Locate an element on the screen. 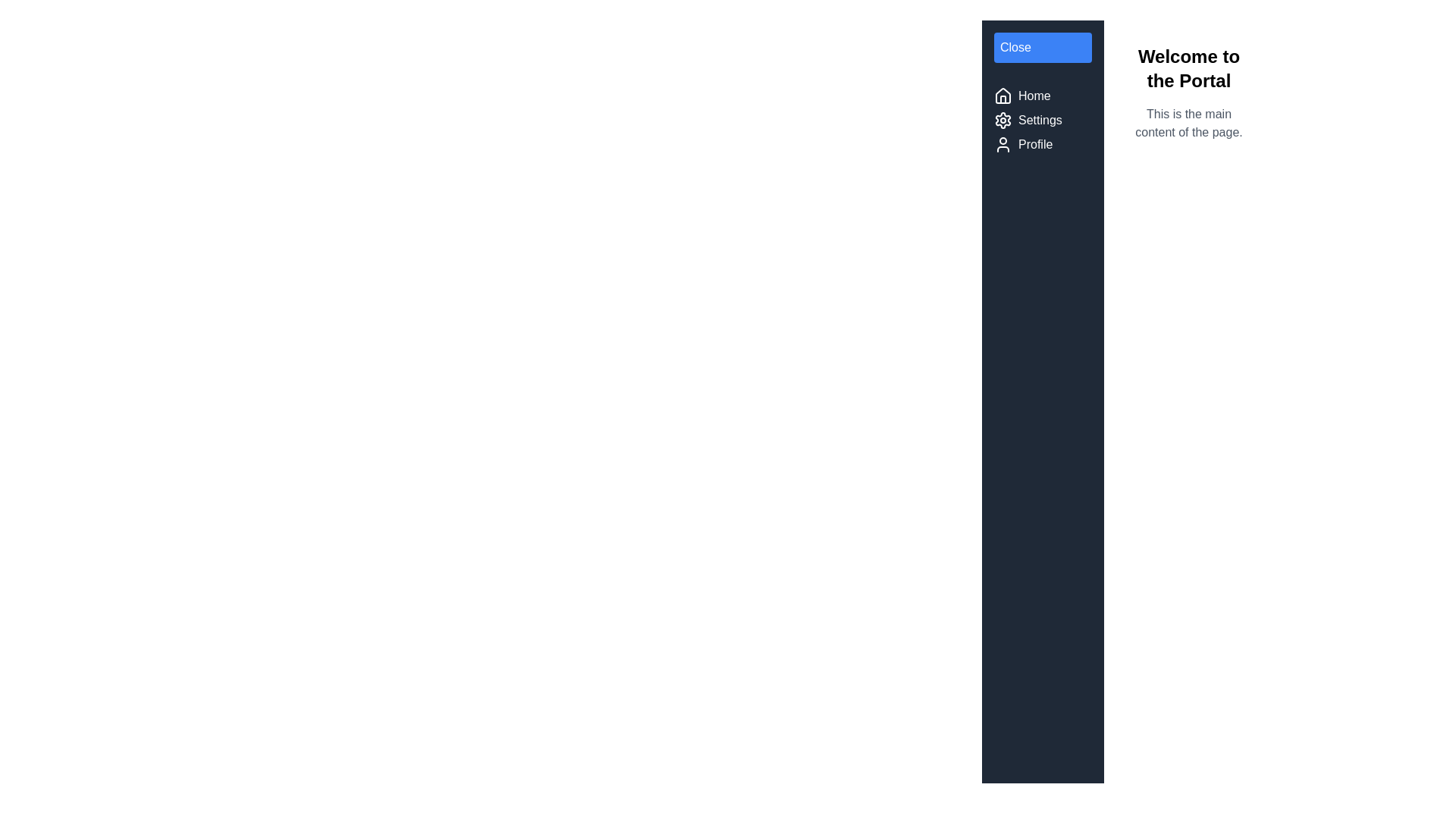 This screenshot has width=1456, height=819. the third navigation link is located at coordinates (1042, 145).